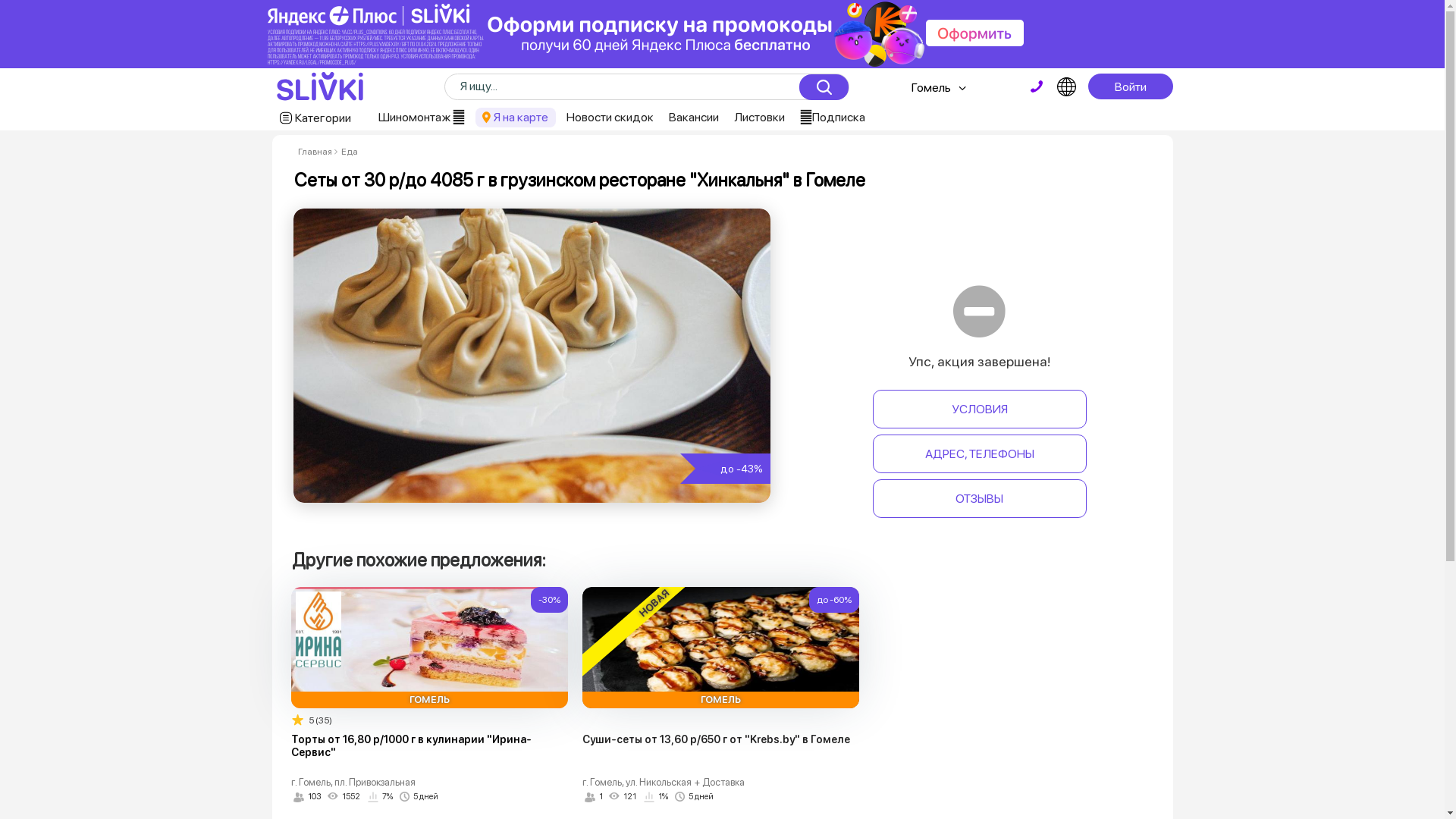 The image size is (1456, 819). Describe the element at coordinates (1036, 86) in the screenshot. I see `' '` at that location.